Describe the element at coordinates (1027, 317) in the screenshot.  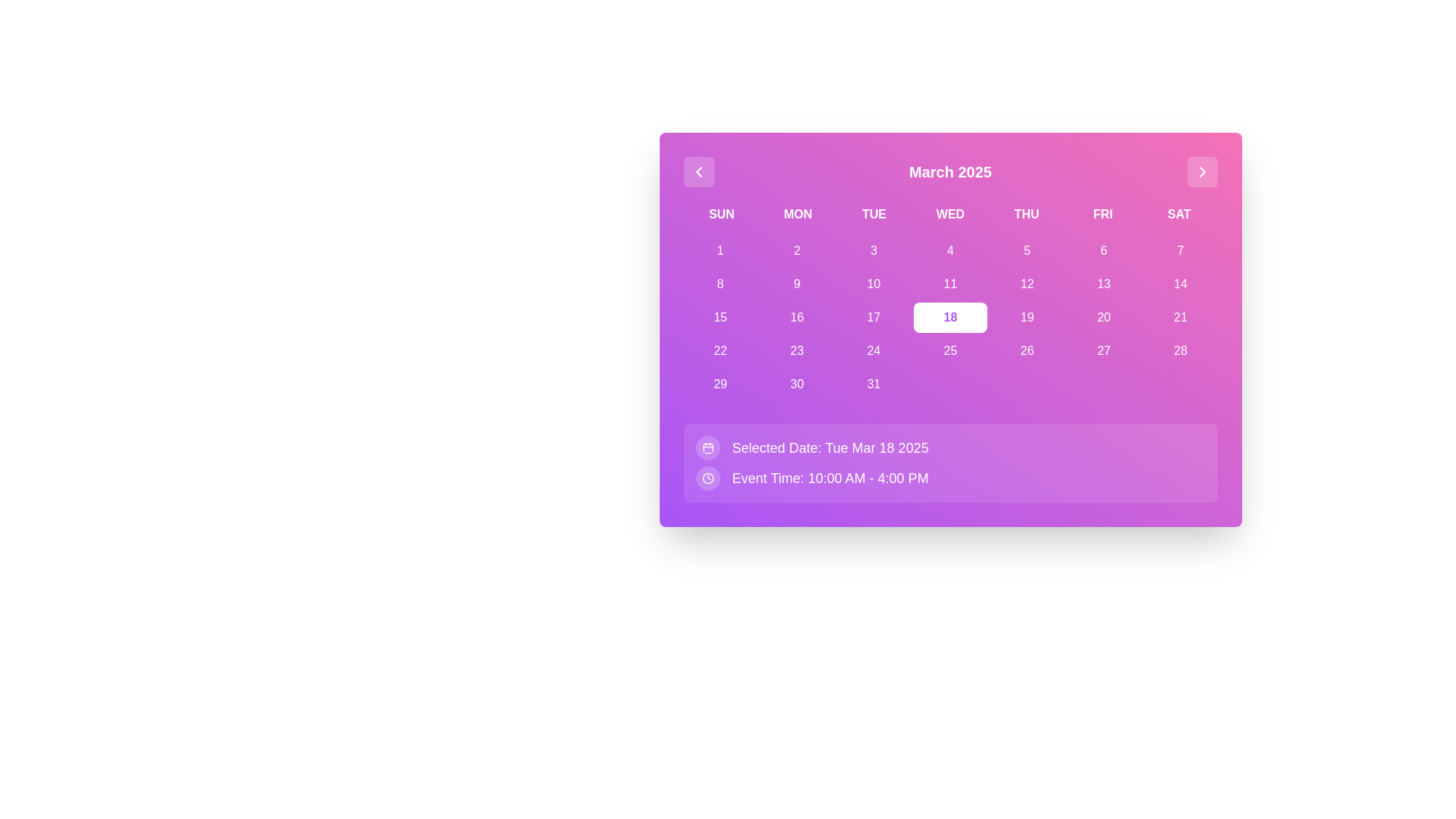
I see `the button labeled '19' which is a rectangular clickable element with a vibrant purple background and light-colored text, positioned in the fourth row and fifth column under the header 'March 2025'` at that location.